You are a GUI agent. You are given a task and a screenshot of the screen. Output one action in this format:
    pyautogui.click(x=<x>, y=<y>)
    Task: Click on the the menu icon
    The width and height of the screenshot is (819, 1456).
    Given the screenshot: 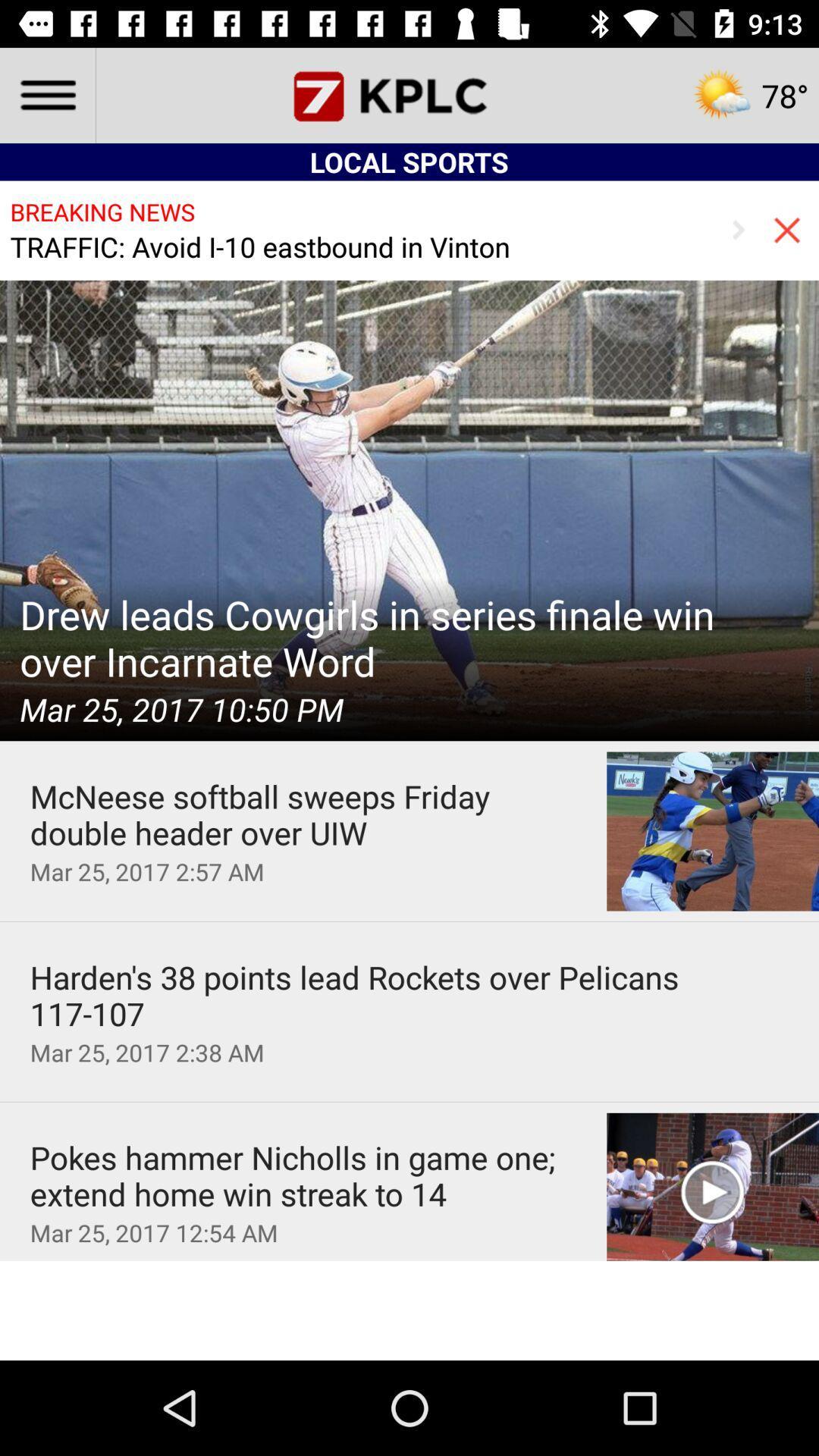 What is the action you would take?
    pyautogui.click(x=46, y=94)
    